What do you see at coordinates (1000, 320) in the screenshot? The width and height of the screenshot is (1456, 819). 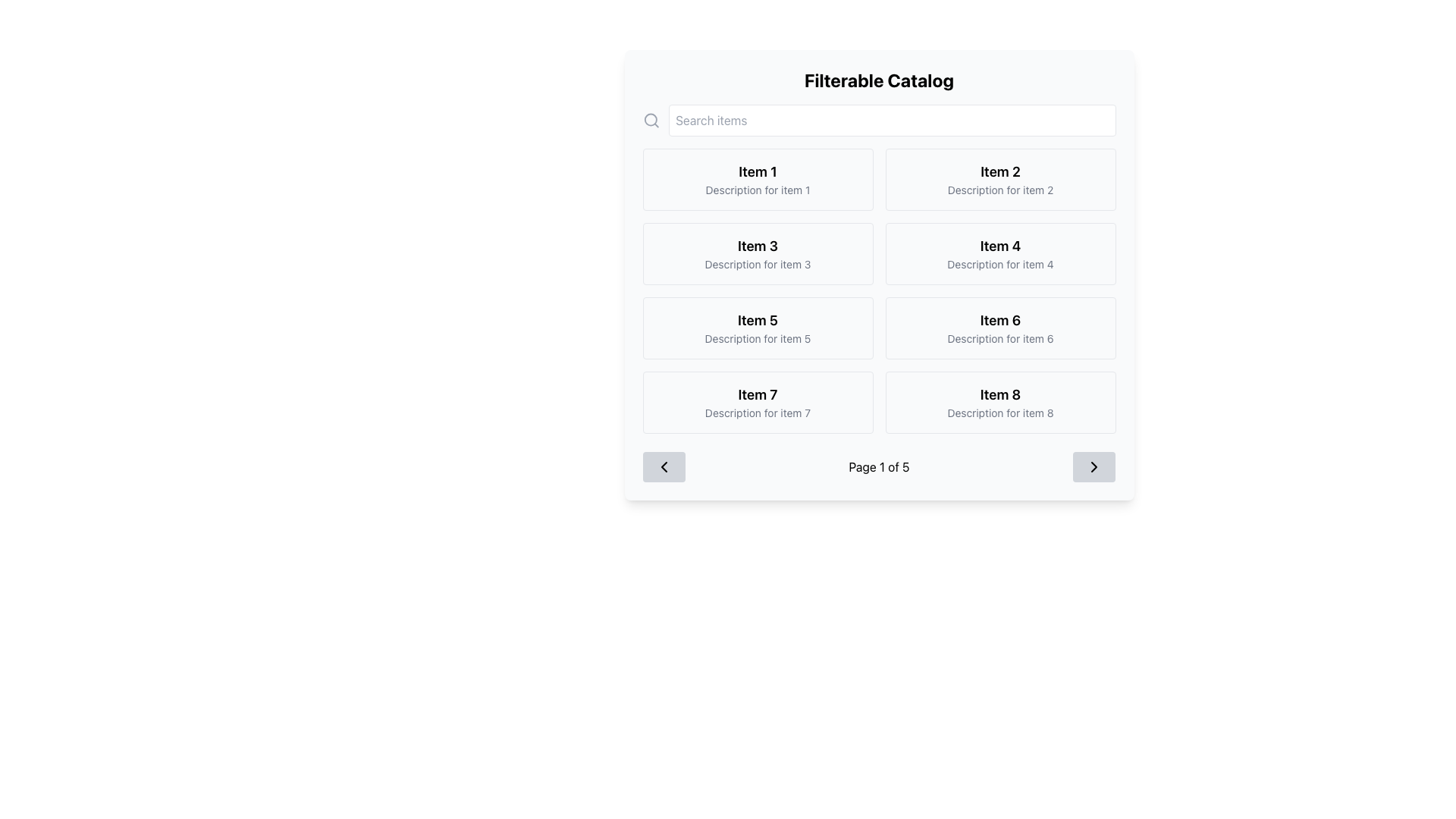 I see `the static text label reading 'Item 6', which is styled with a bold and large font and located within a bordered, rounded box in the second row, second column of the grid under the main title 'Filterable Catalog'` at bounding box center [1000, 320].